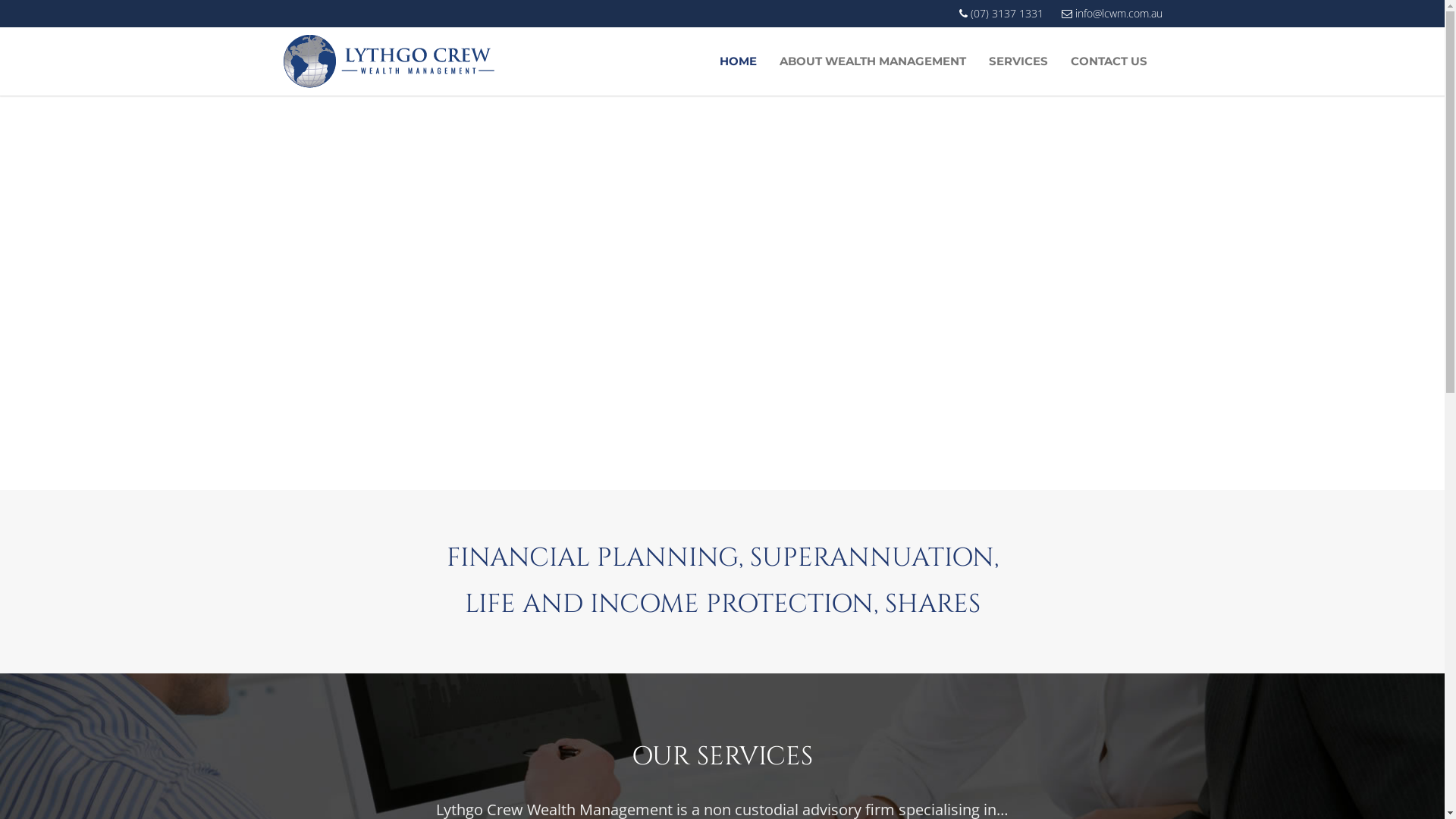 The height and width of the screenshot is (819, 1456). What do you see at coordinates (1000, 14) in the screenshot?
I see `'(07) 3137 1331'` at bounding box center [1000, 14].